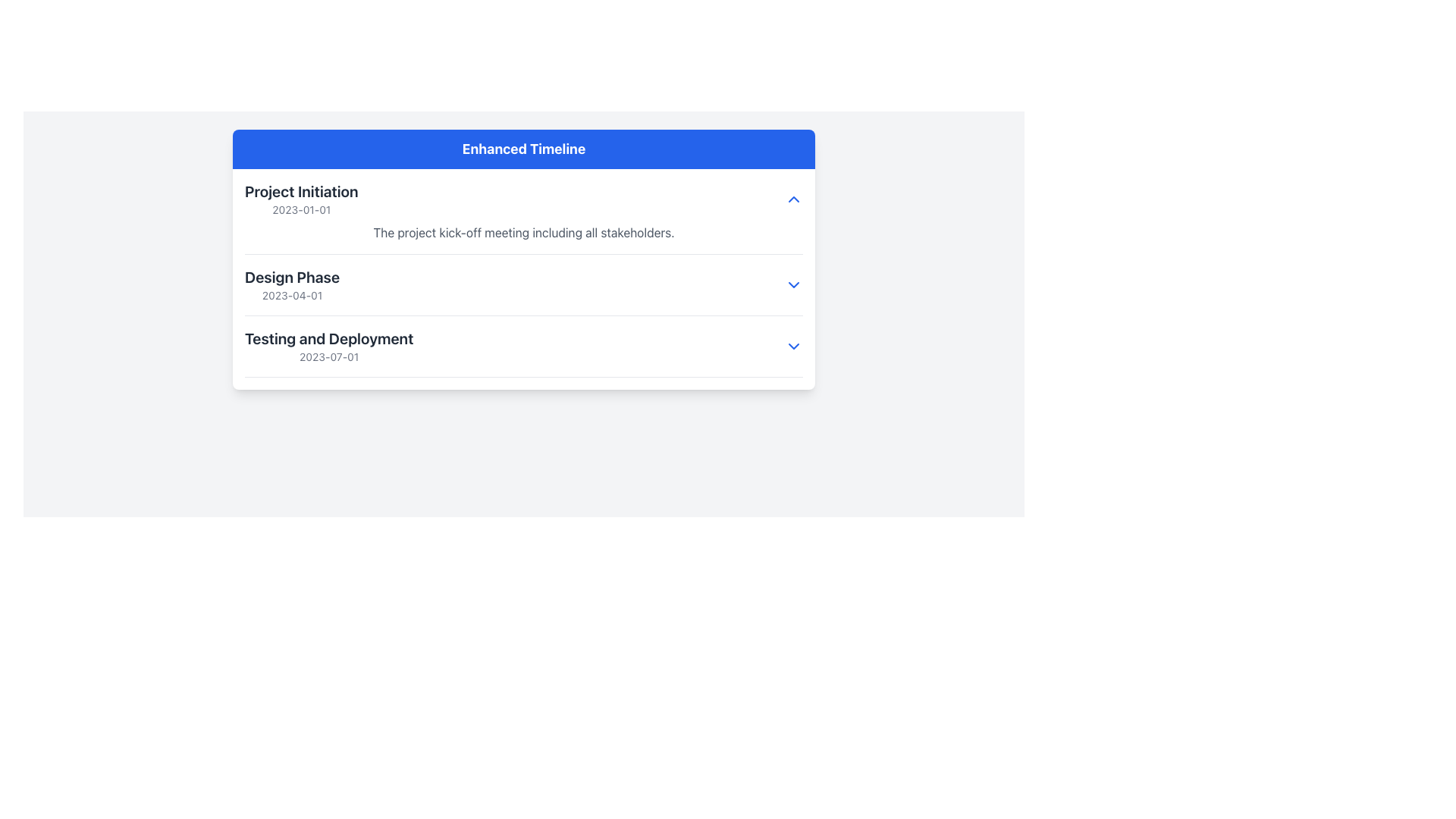 This screenshot has width=1456, height=819. Describe the element at coordinates (524, 233) in the screenshot. I see `static text element displaying 'The project kick-off meeting including all stakeholders.' located in the 'Project Initiation' section beneath the date '2023-01-01'` at that location.